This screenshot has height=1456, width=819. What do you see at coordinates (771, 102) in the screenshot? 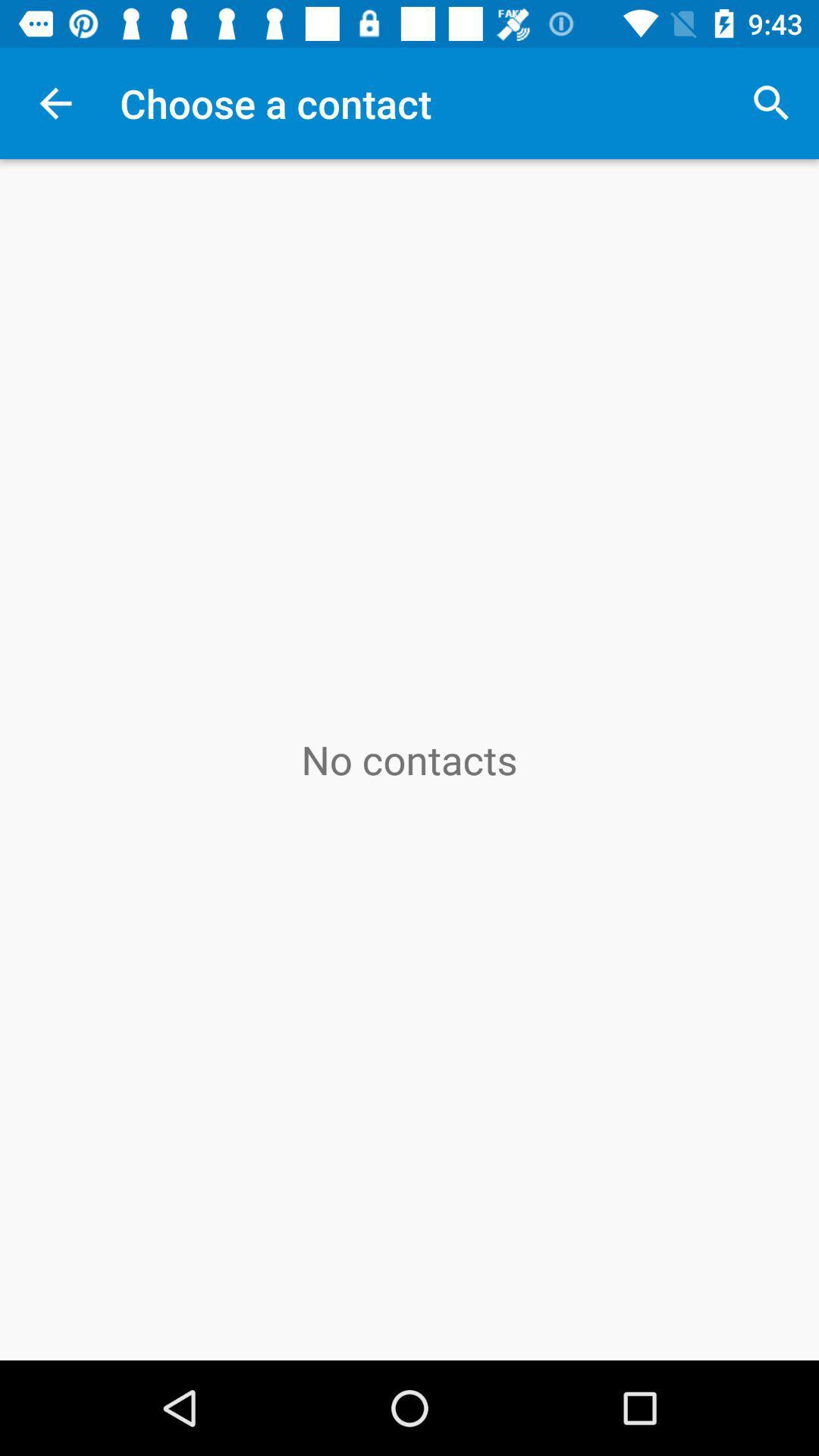
I see `icon at the top right corner` at bounding box center [771, 102].